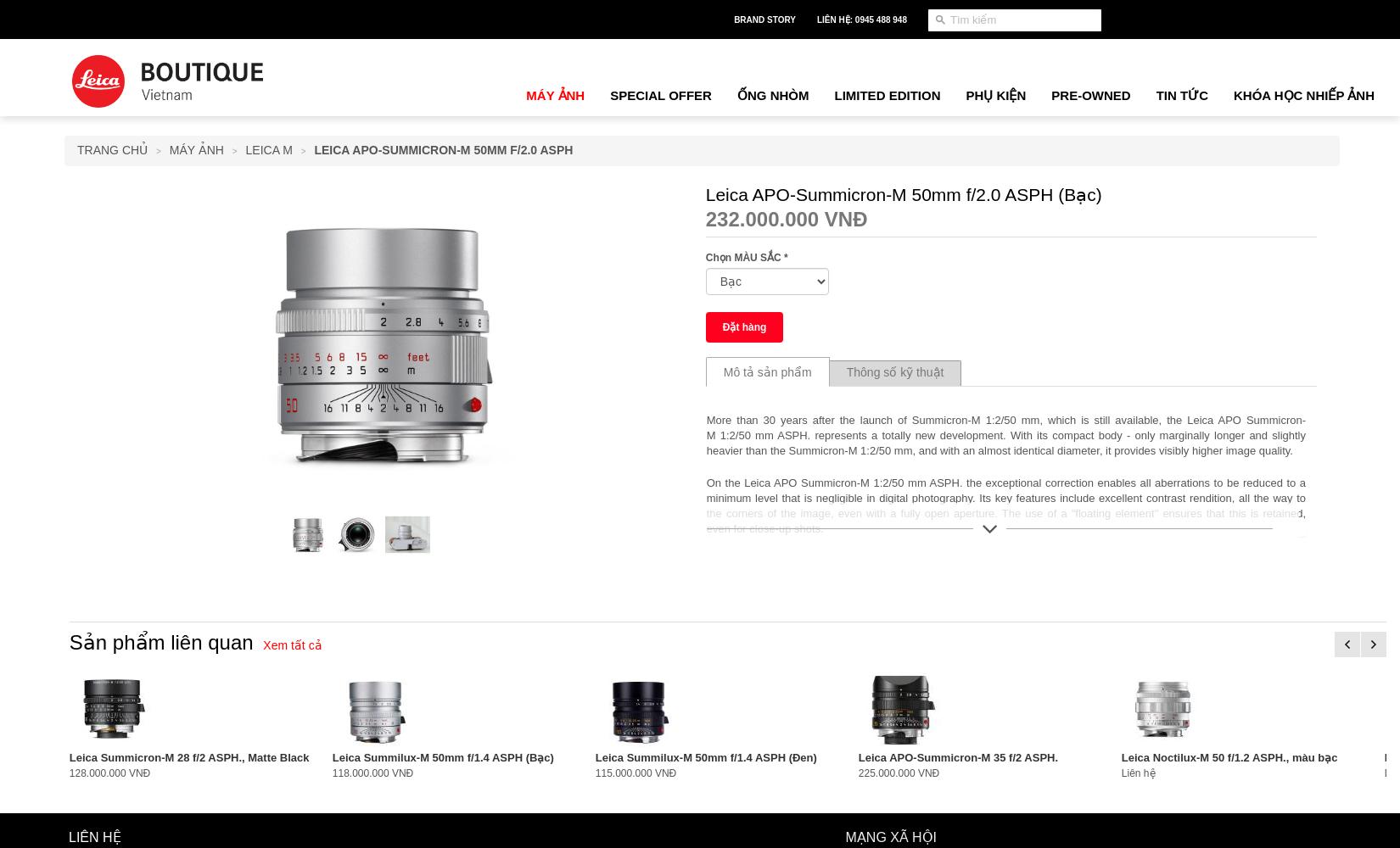 The image size is (1400, 848). What do you see at coordinates (772, 94) in the screenshot?
I see `'Ống Nhòm'` at bounding box center [772, 94].